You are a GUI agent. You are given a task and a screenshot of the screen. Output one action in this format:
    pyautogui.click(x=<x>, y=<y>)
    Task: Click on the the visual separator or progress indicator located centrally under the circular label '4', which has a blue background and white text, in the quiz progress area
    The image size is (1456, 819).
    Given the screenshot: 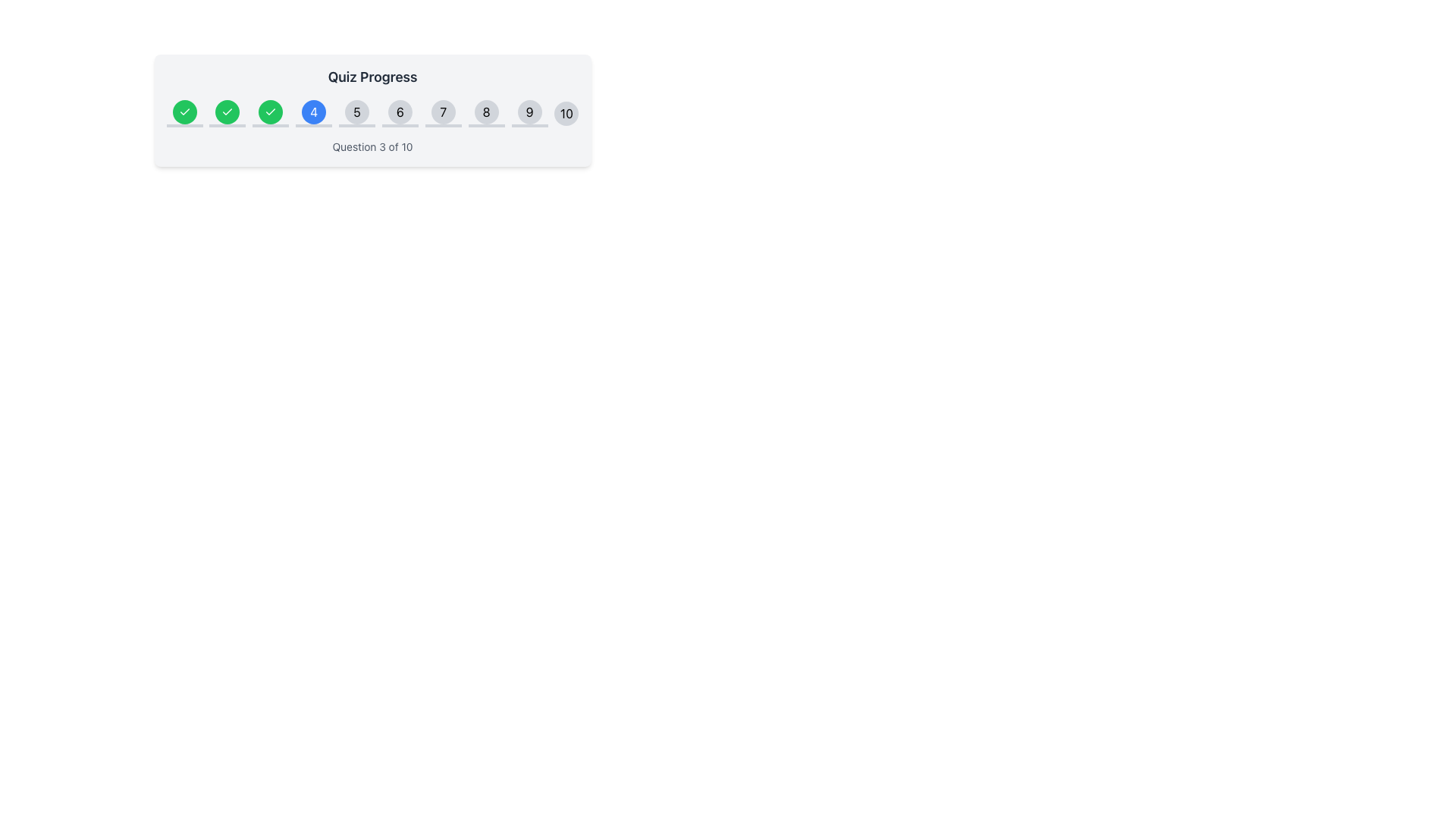 What is the action you would take?
    pyautogui.click(x=313, y=124)
    